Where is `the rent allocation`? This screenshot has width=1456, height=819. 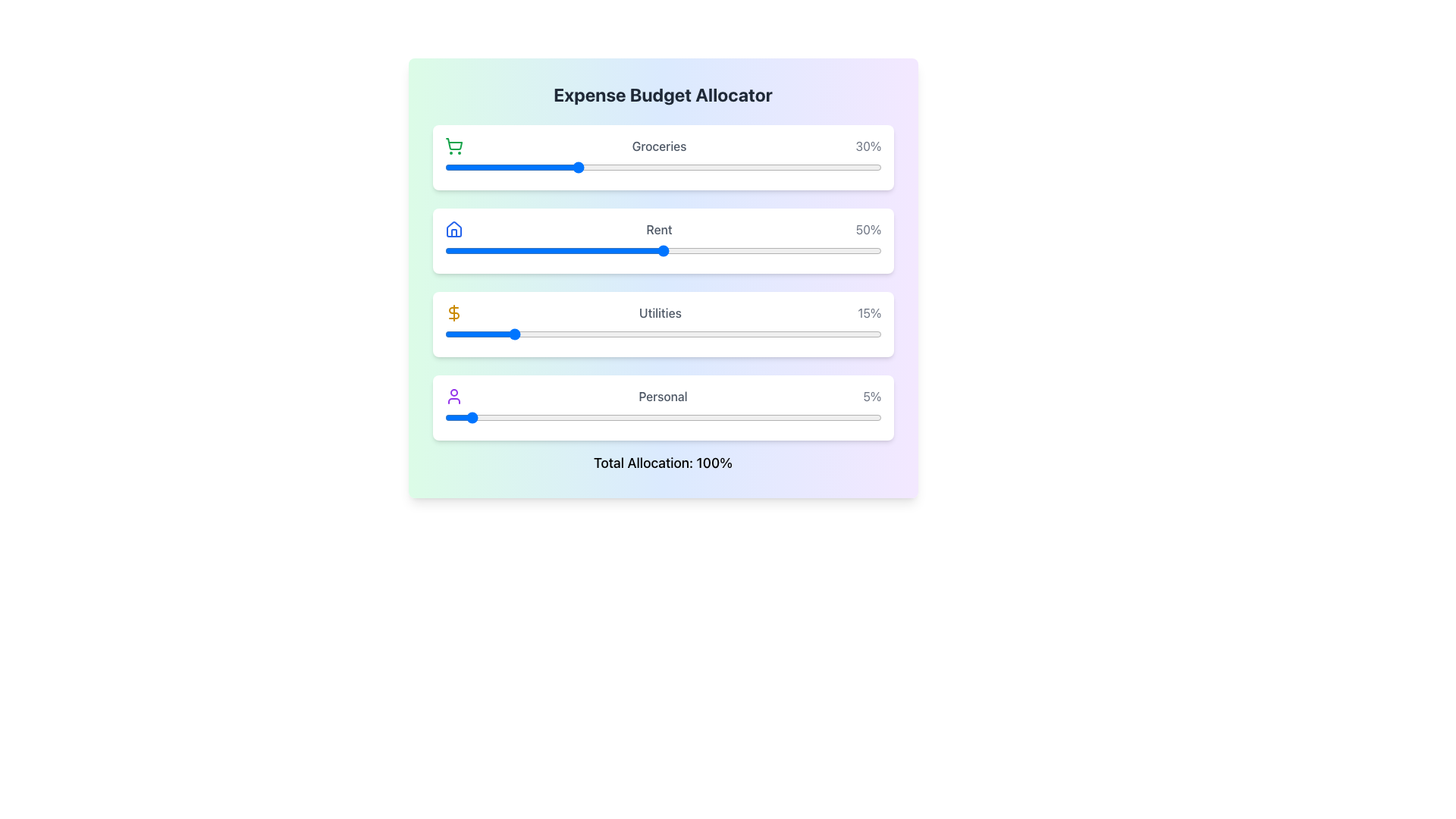 the rent allocation is located at coordinates (764, 250).